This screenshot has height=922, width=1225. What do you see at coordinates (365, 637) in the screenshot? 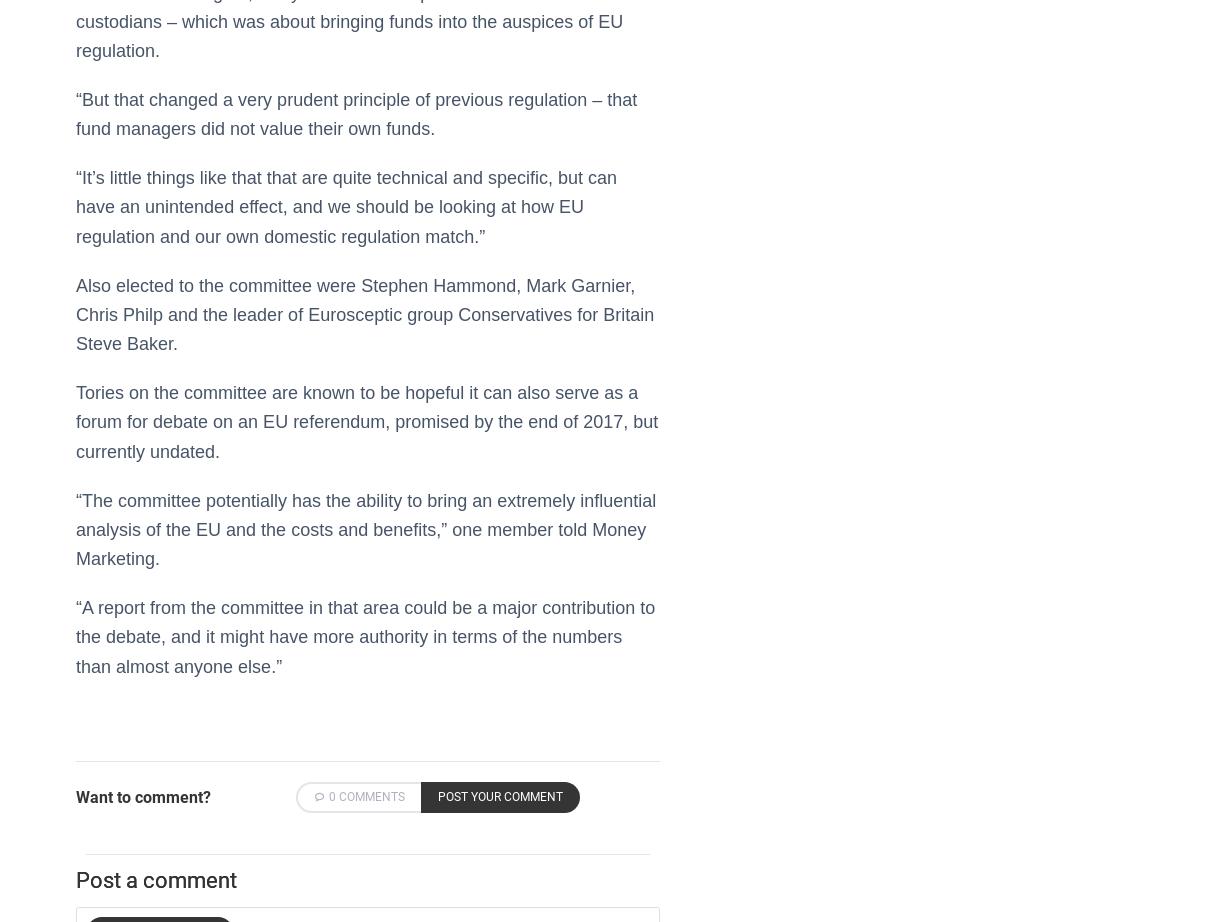
I see `'“A report from the committee in that area could be a major contribution to the debate, and it might have more authority in terms of the numbers than almost anyone else.”'` at bounding box center [365, 637].